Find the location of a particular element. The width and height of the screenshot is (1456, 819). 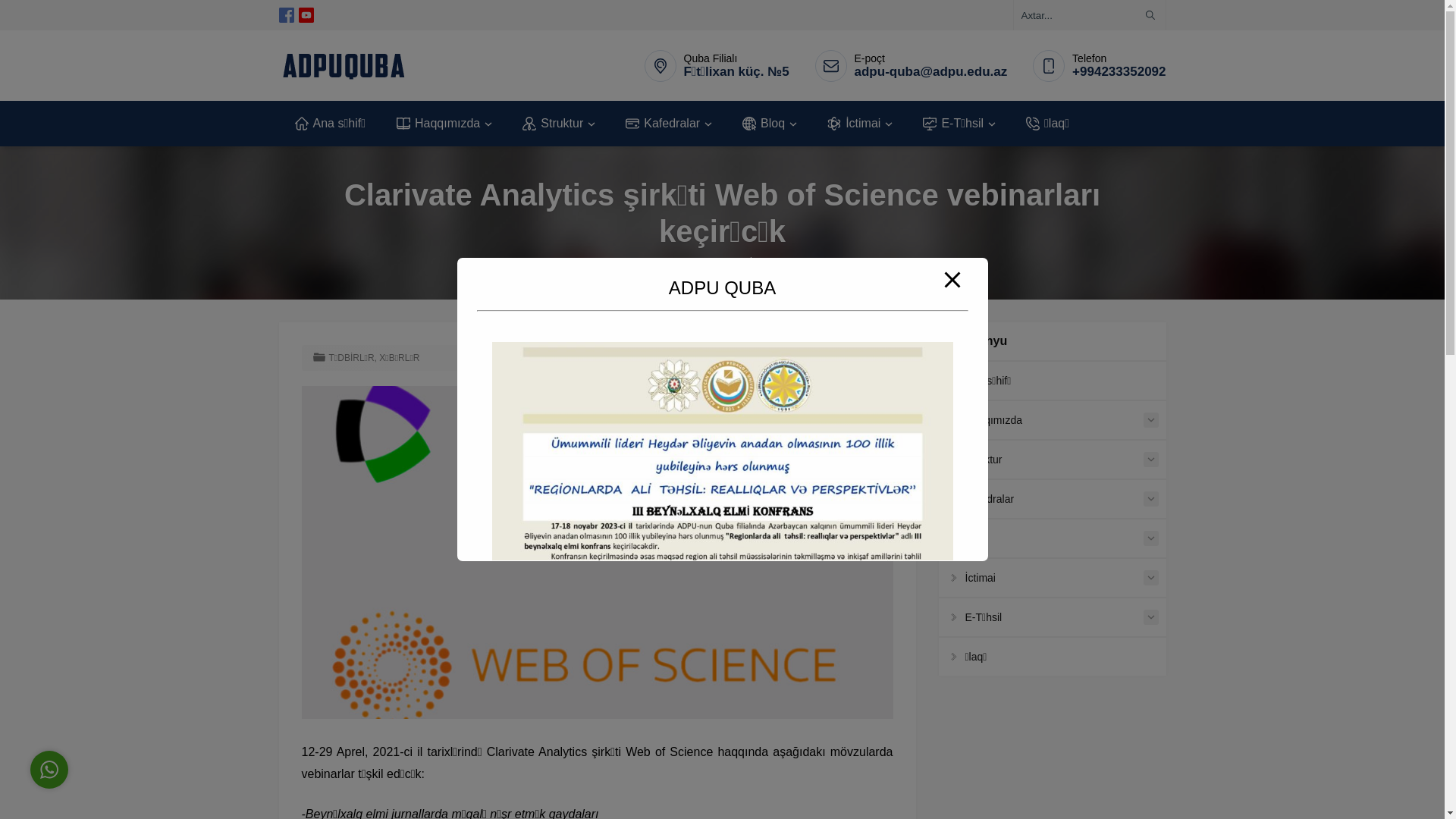

'+994233352092' is located at coordinates (1119, 71).